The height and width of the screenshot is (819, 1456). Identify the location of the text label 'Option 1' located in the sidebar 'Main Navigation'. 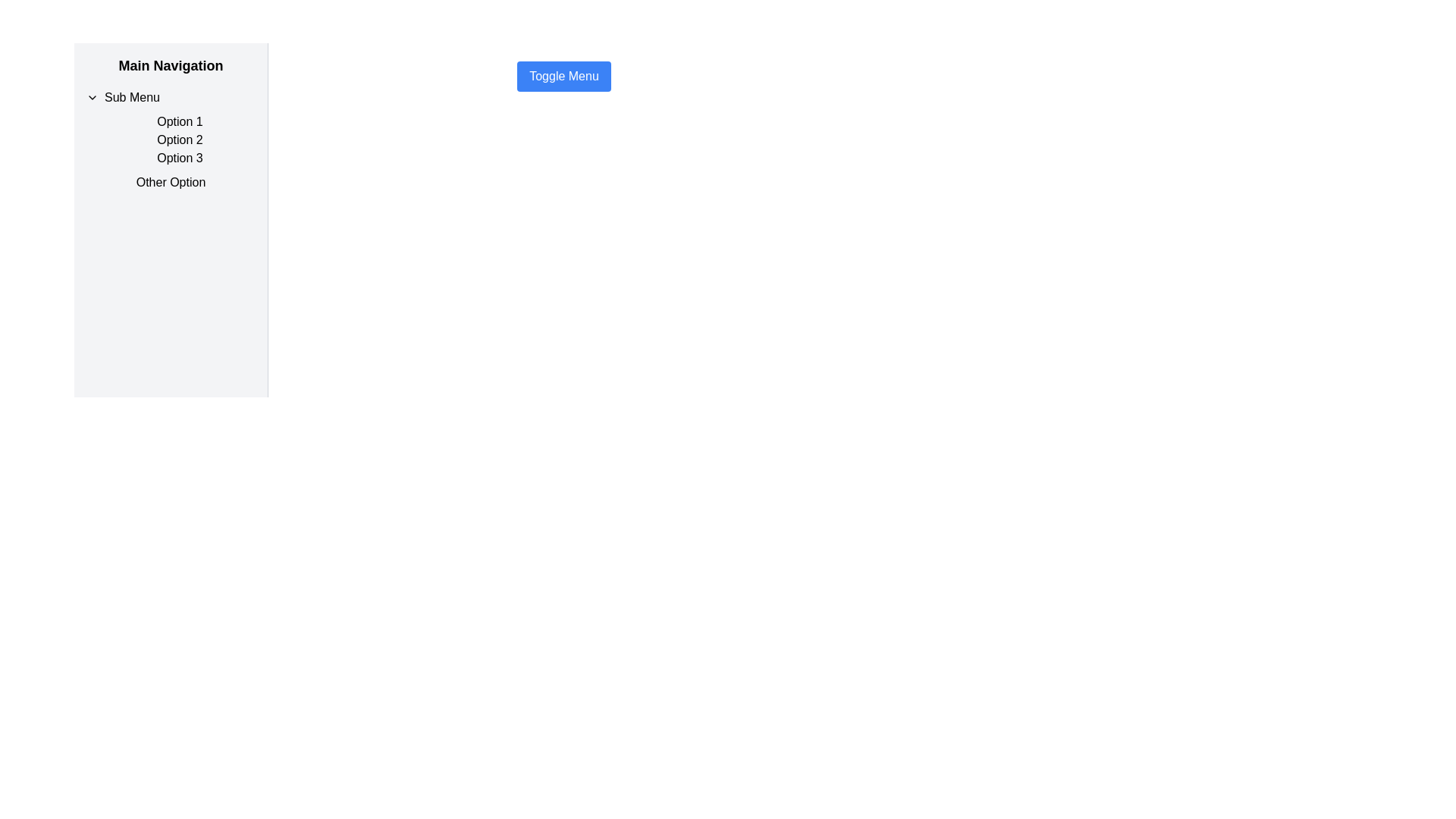
(180, 121).